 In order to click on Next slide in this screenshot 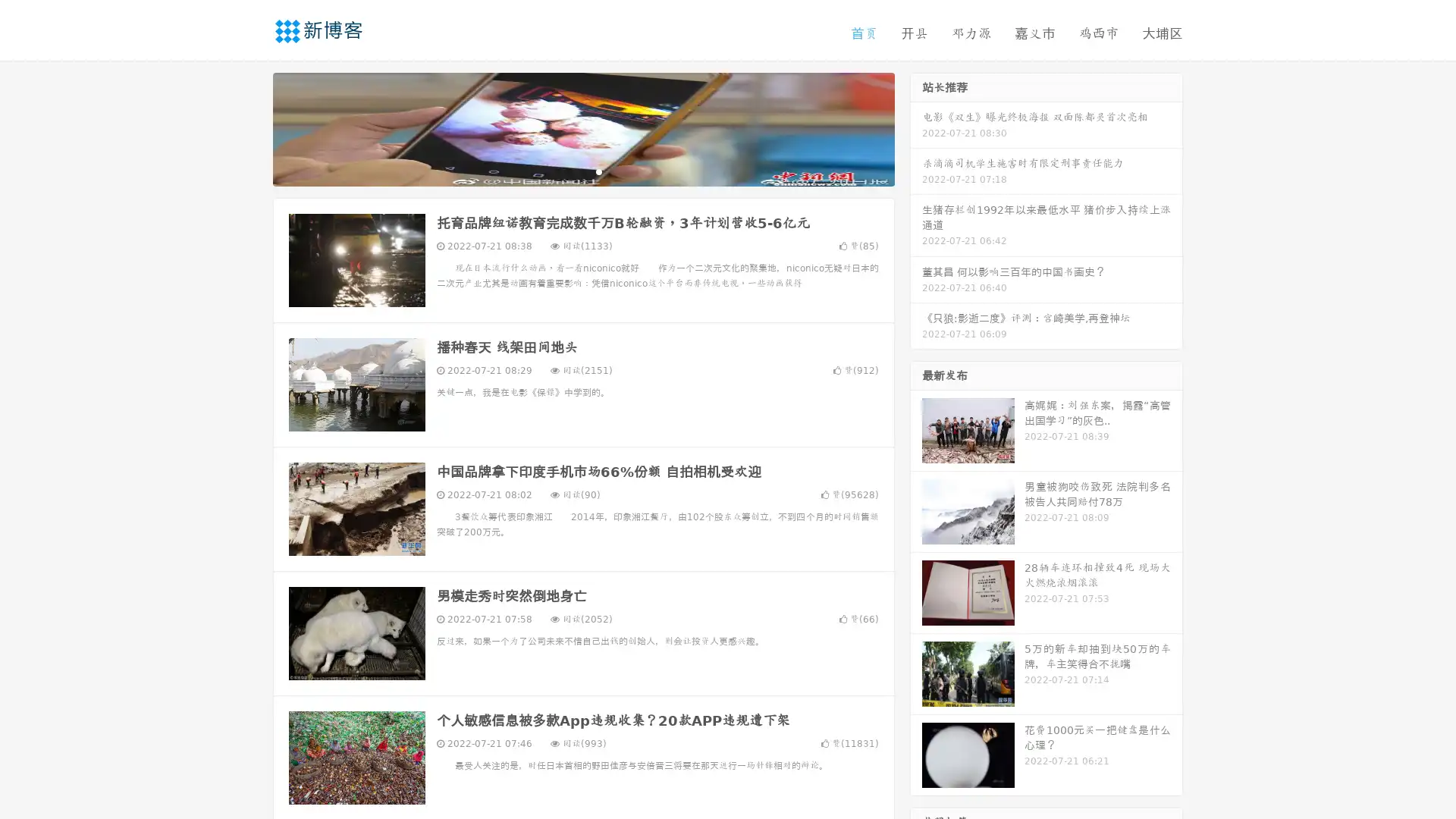, I will do `click(916, 127)`.